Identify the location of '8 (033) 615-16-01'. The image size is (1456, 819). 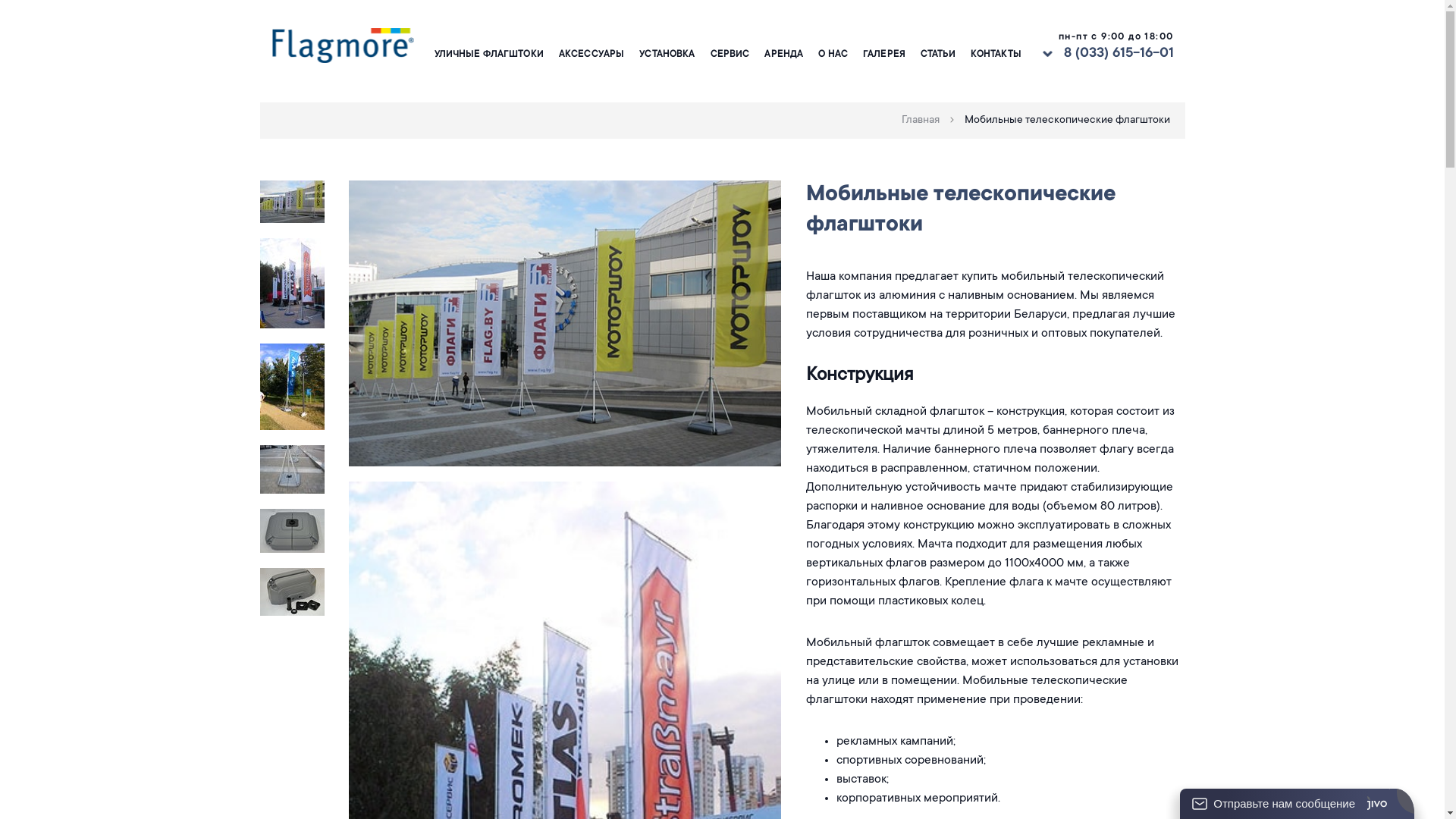
(1118, 53).